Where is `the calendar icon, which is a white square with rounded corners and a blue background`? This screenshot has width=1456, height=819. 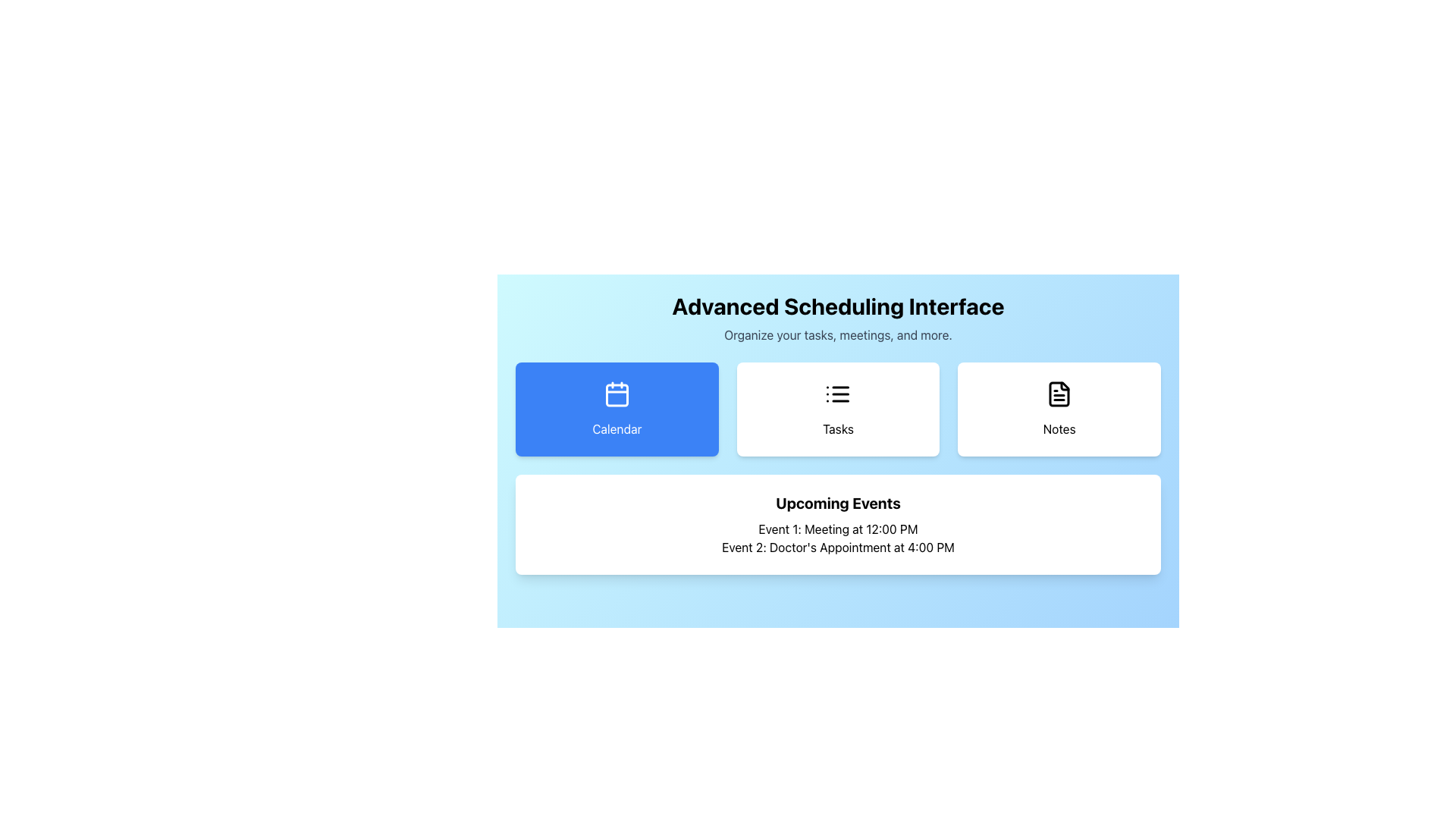
the calendar icon, which is a white square with rounded corners and a blue background is located at coordinates (617, 394).